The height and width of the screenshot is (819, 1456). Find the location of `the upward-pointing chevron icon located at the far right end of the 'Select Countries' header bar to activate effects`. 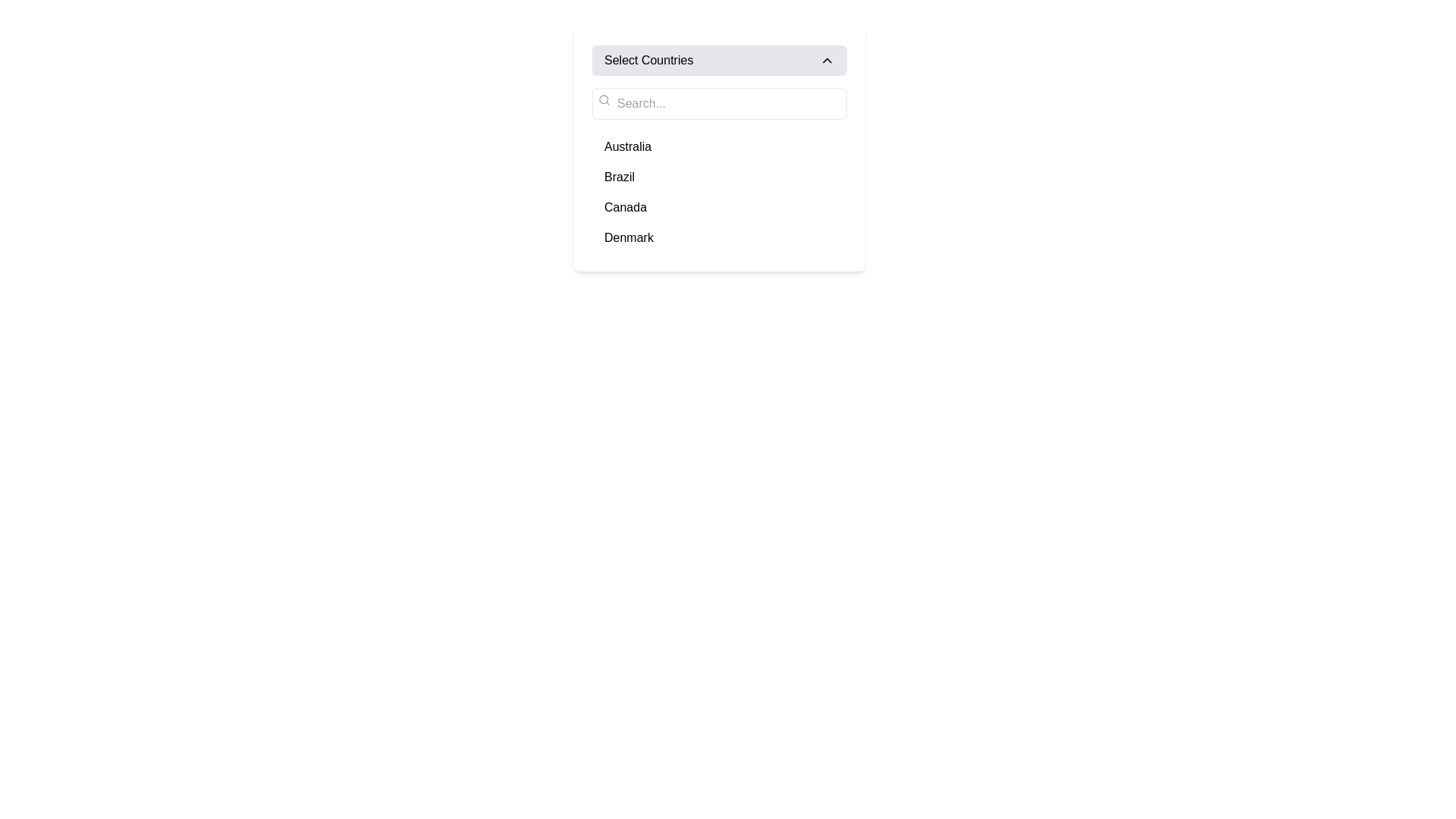

the upward-pointing chevron icon located at the far right end of the 'Select Countries' header bar to activate effects is located at coordinates (826, 60).